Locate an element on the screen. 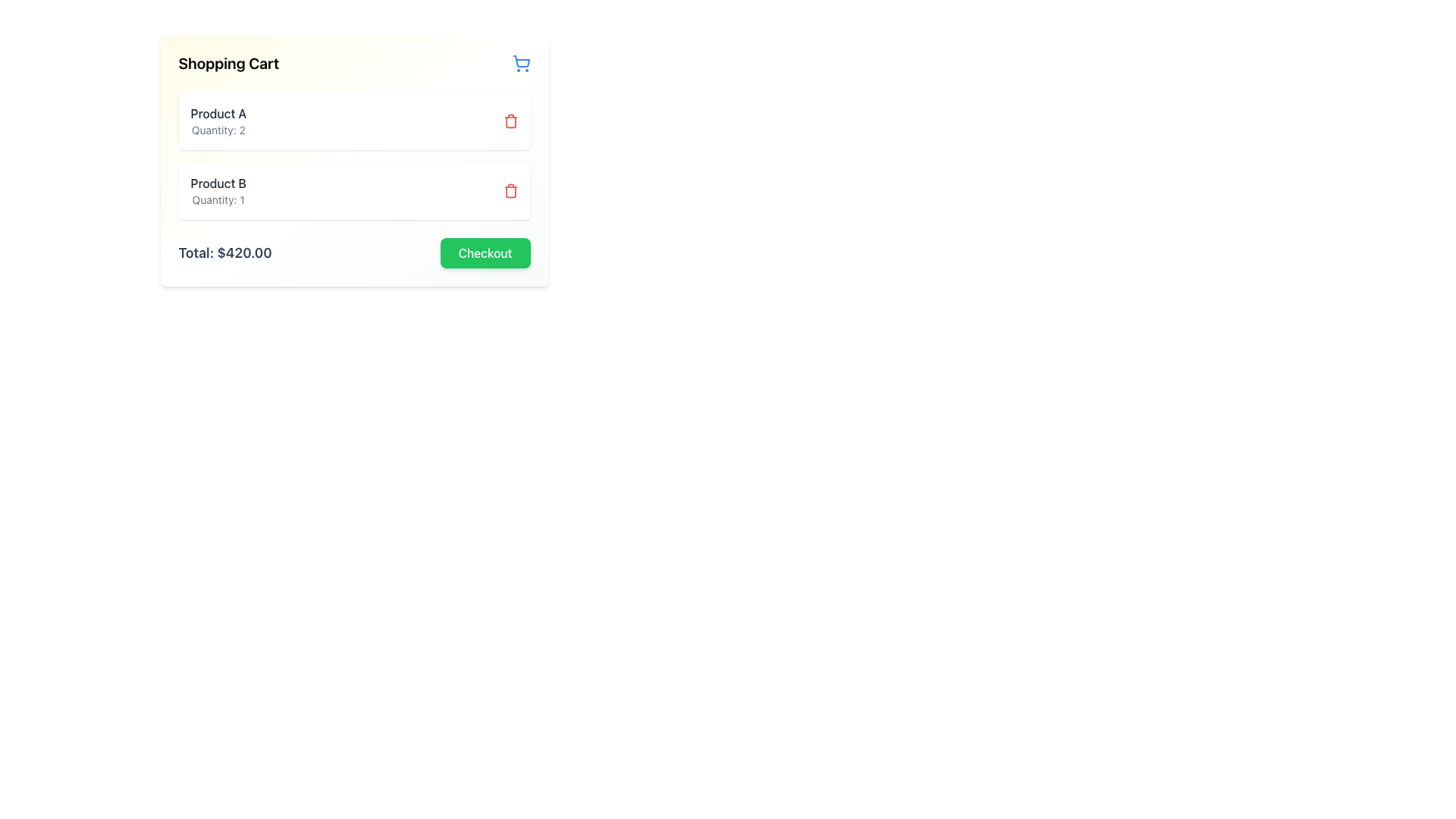 The width and height of the screenshot is (1456, 819). the 'Shopping Cart' text label, which is styled with a bold and large font and located at the top-left corner of the shopping cart summary card interface is located at coordinates (227, 63).